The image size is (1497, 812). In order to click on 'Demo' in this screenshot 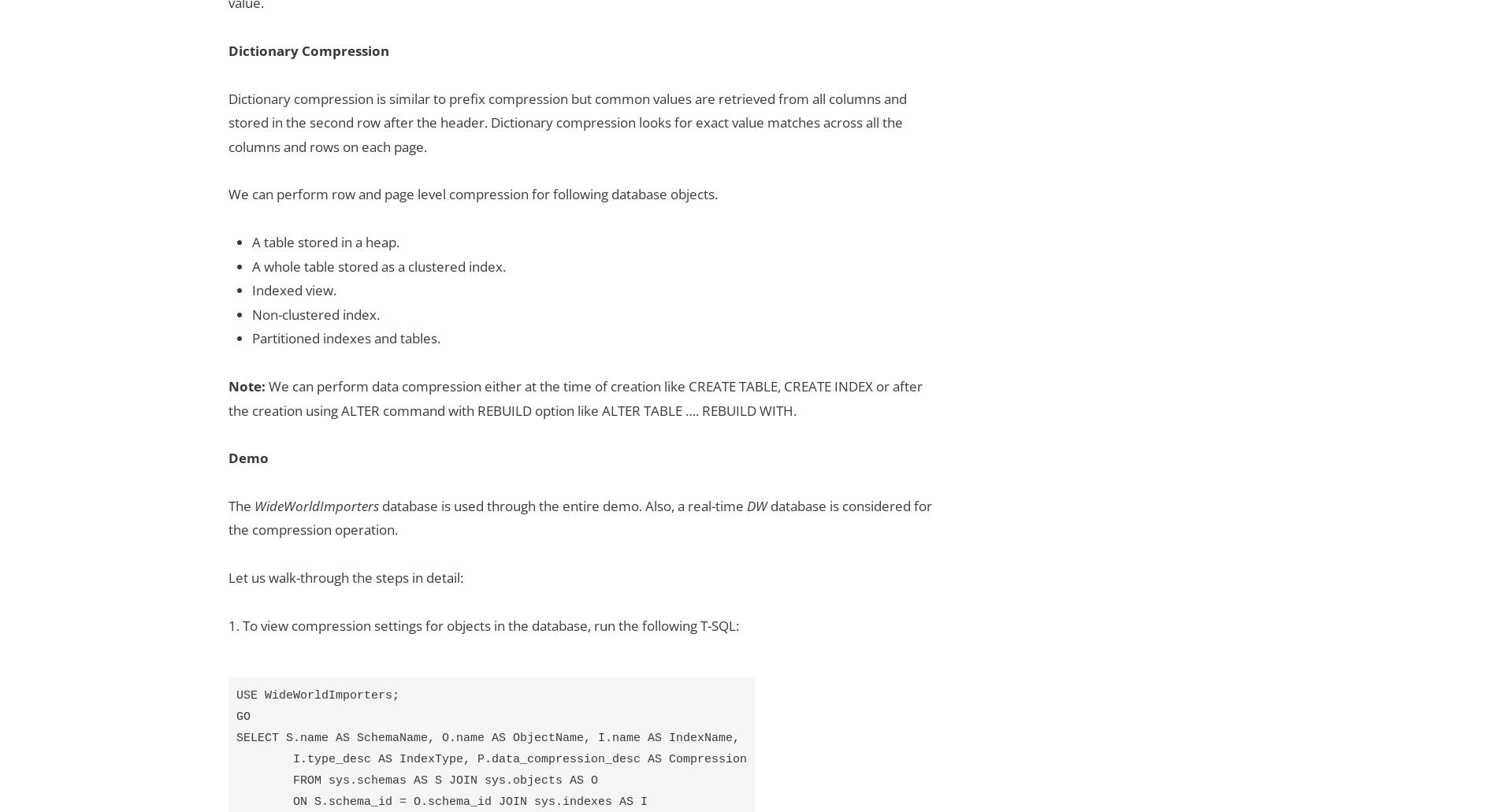, I will do `click(247, 457)`.